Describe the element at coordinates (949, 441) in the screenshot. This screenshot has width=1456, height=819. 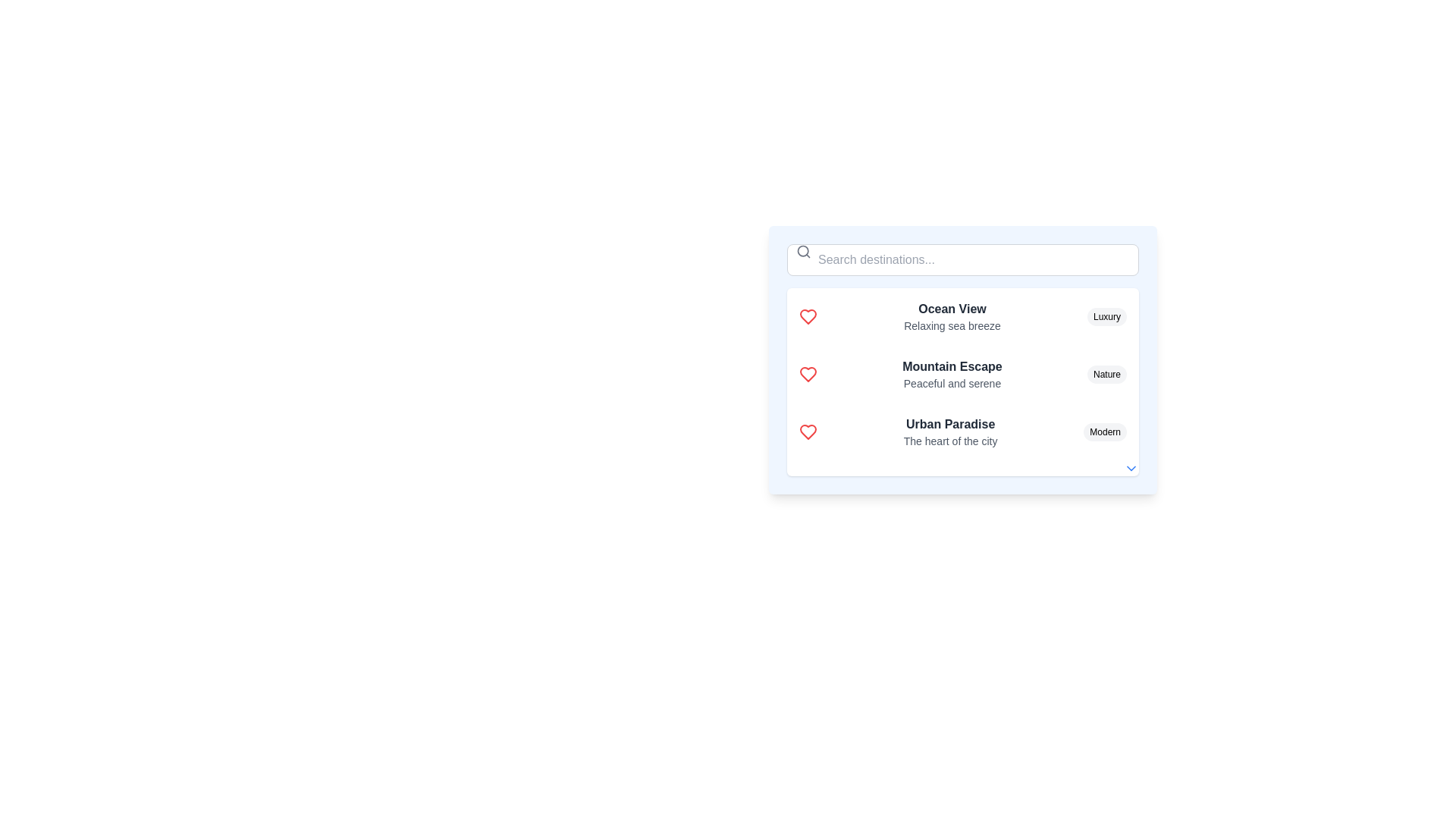
I see `the text display element that reads 'The heart of the city', which is styled in a smaller font size with gray color and positioned directly beneath 'Urban Paradise'` at that location.